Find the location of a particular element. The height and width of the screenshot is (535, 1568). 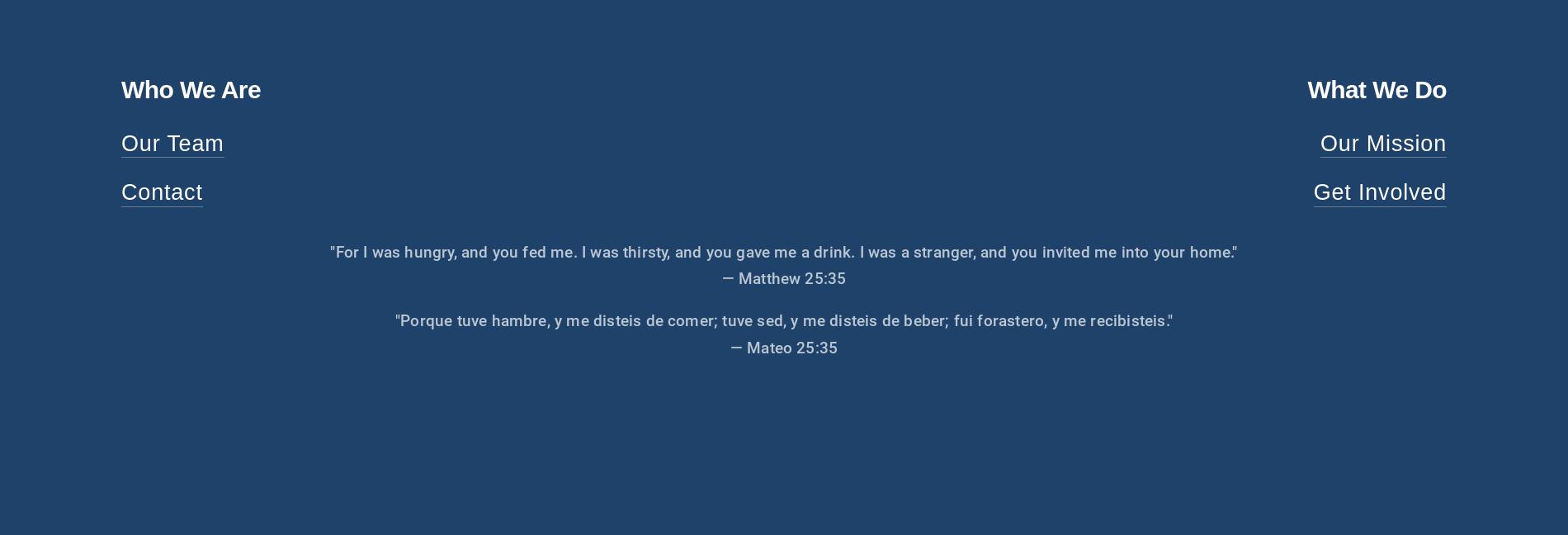

'Get Involved' is located at coordinates (1379, 192).